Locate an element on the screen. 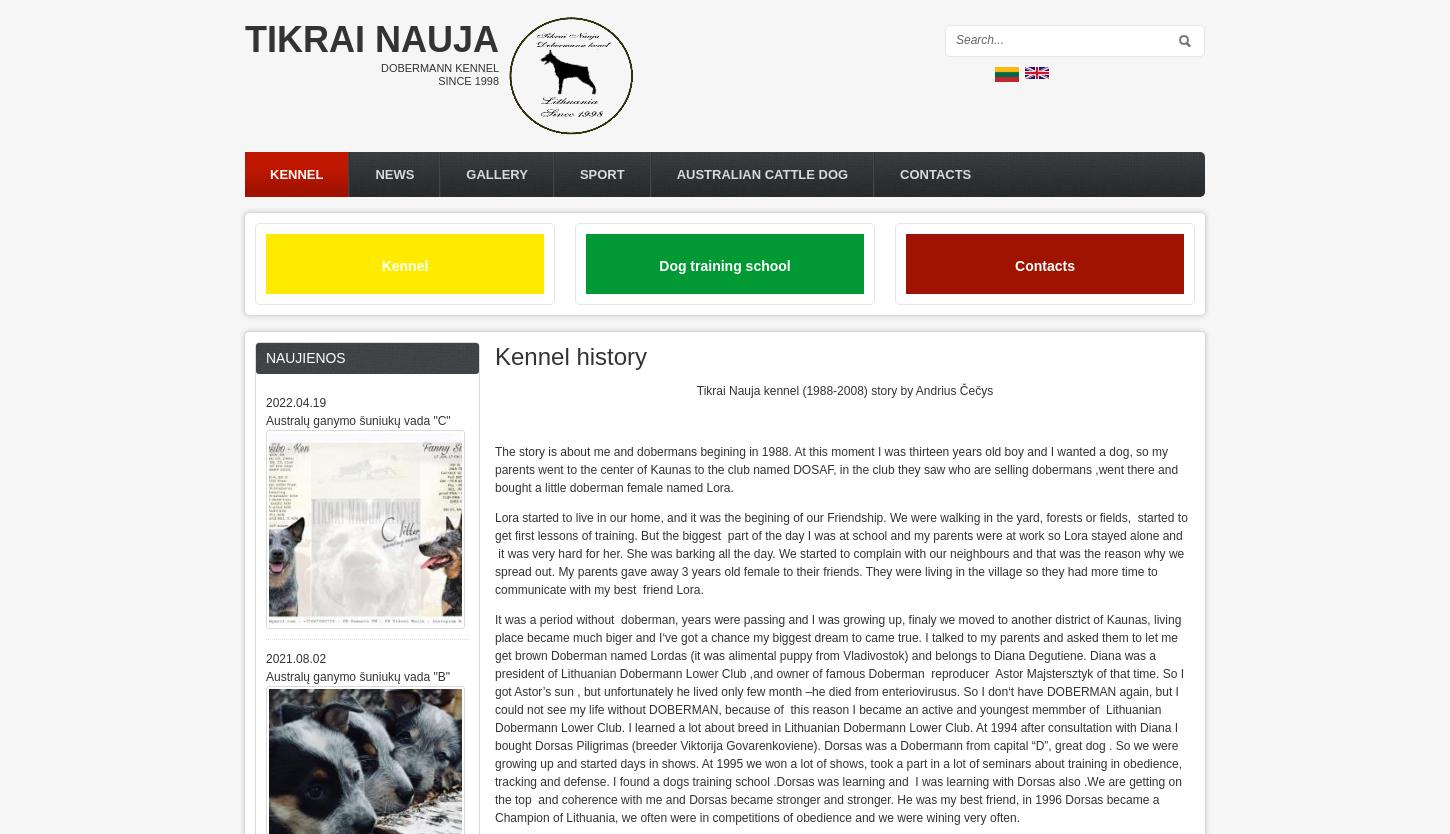 The image size is (1450, 834). 'Dobermann kennel' is located at coordinates (438, 67).